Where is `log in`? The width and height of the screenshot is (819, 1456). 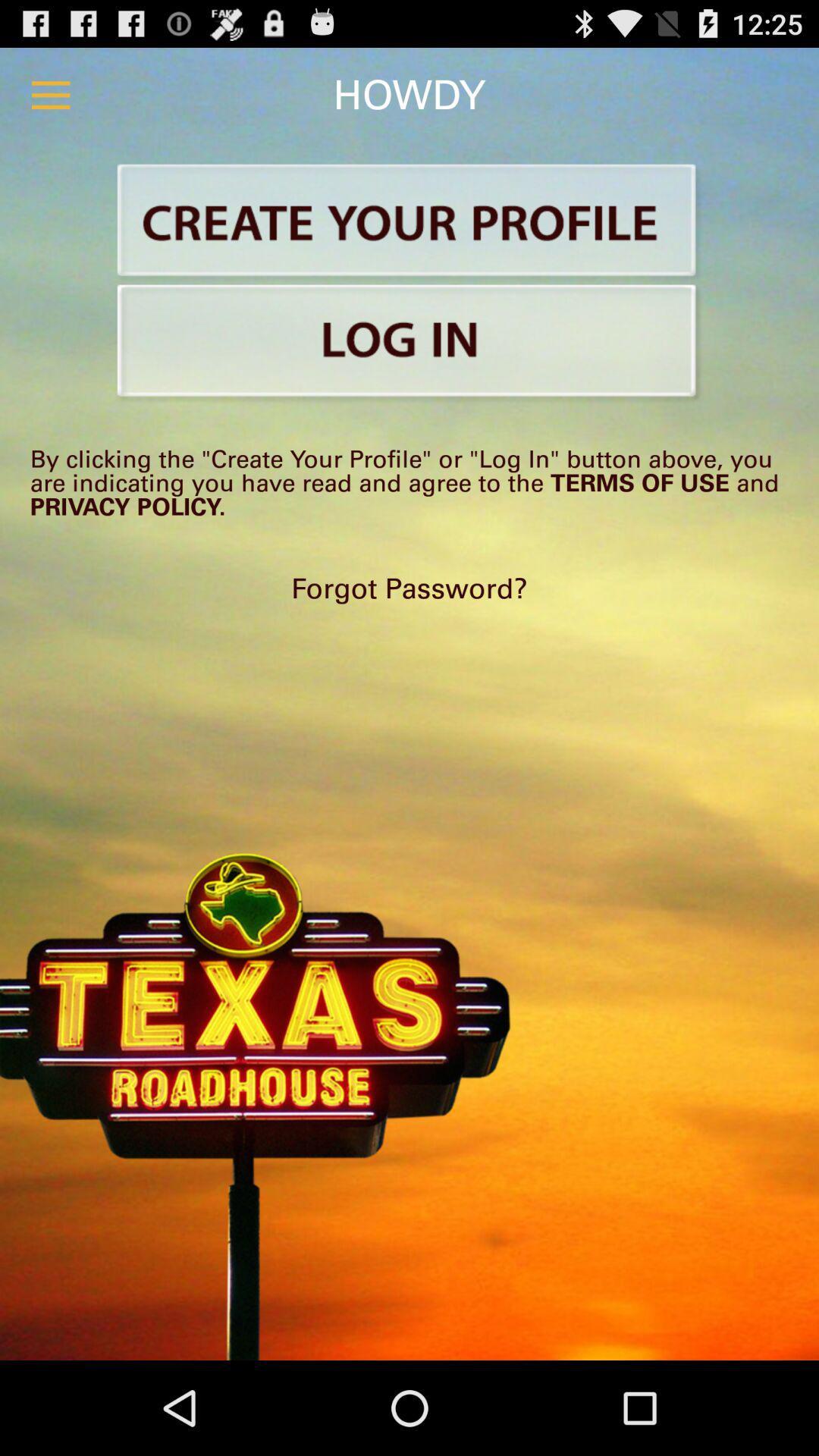 log in is located at coordinates (409, 343).